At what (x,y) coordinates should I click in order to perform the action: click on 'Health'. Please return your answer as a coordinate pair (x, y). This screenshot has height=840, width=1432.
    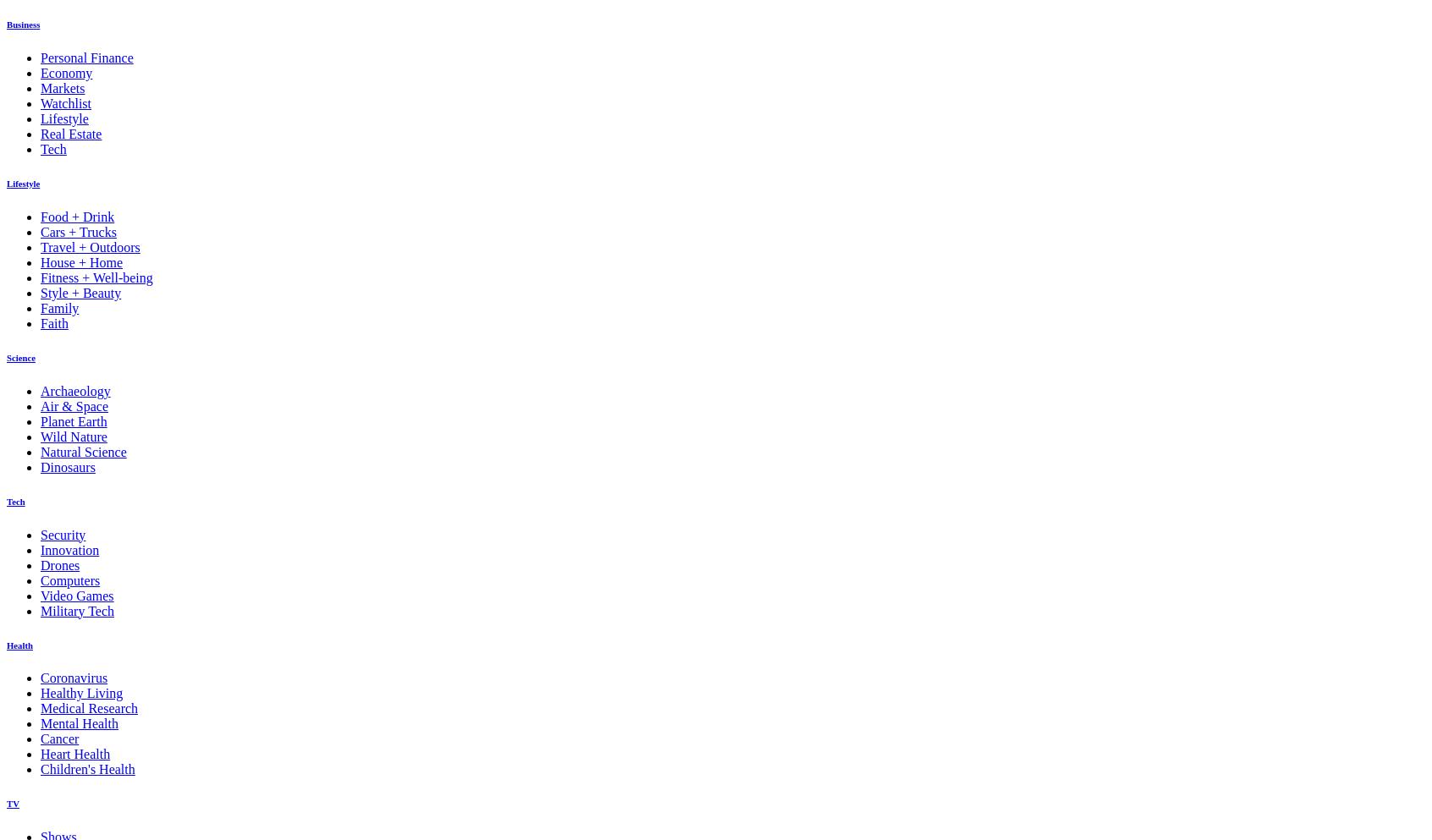
    Looking at the image, I should click on (19, 645).